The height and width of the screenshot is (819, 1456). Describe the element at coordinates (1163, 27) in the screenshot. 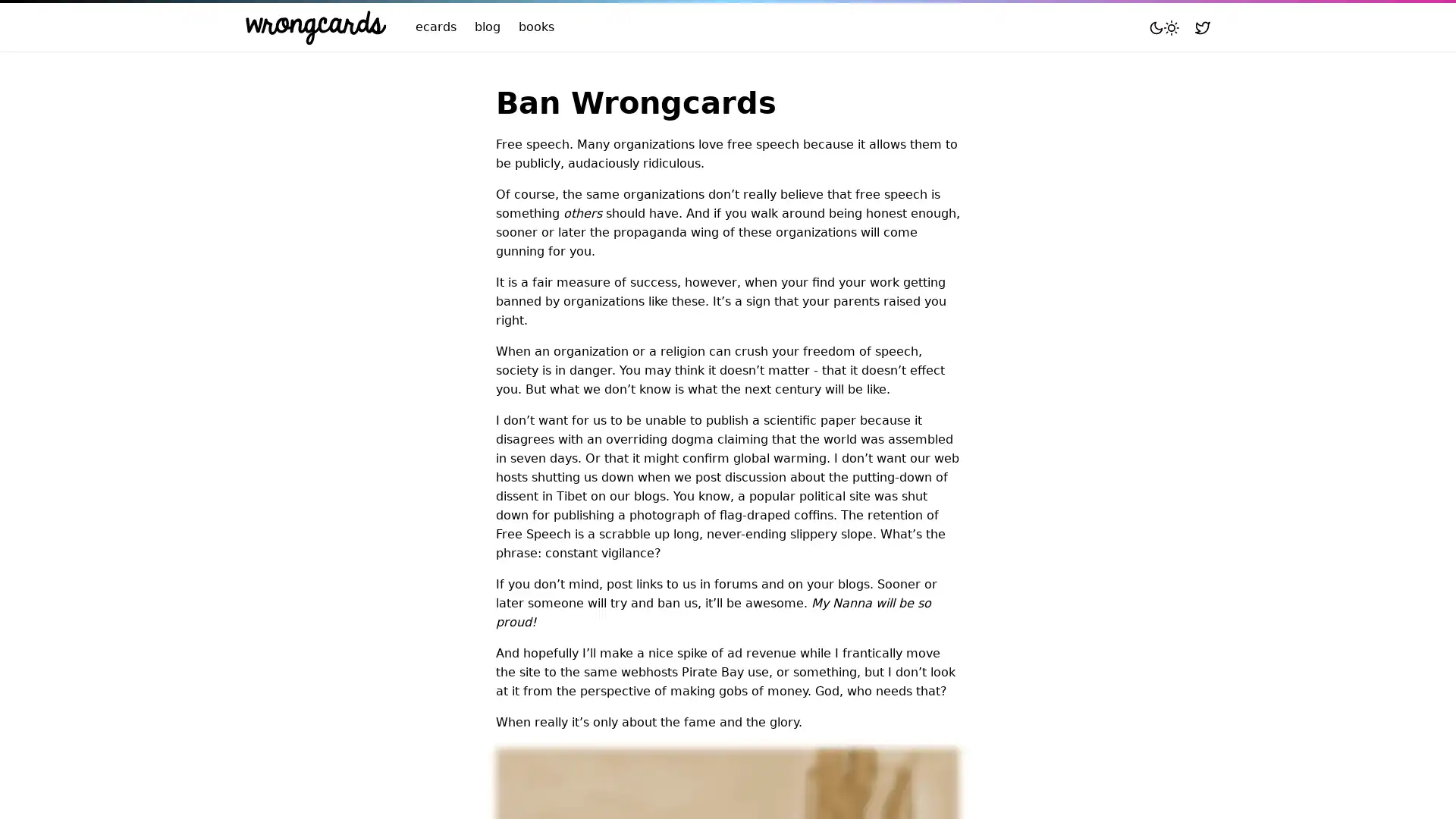

I see `Toggle mode` at that location.